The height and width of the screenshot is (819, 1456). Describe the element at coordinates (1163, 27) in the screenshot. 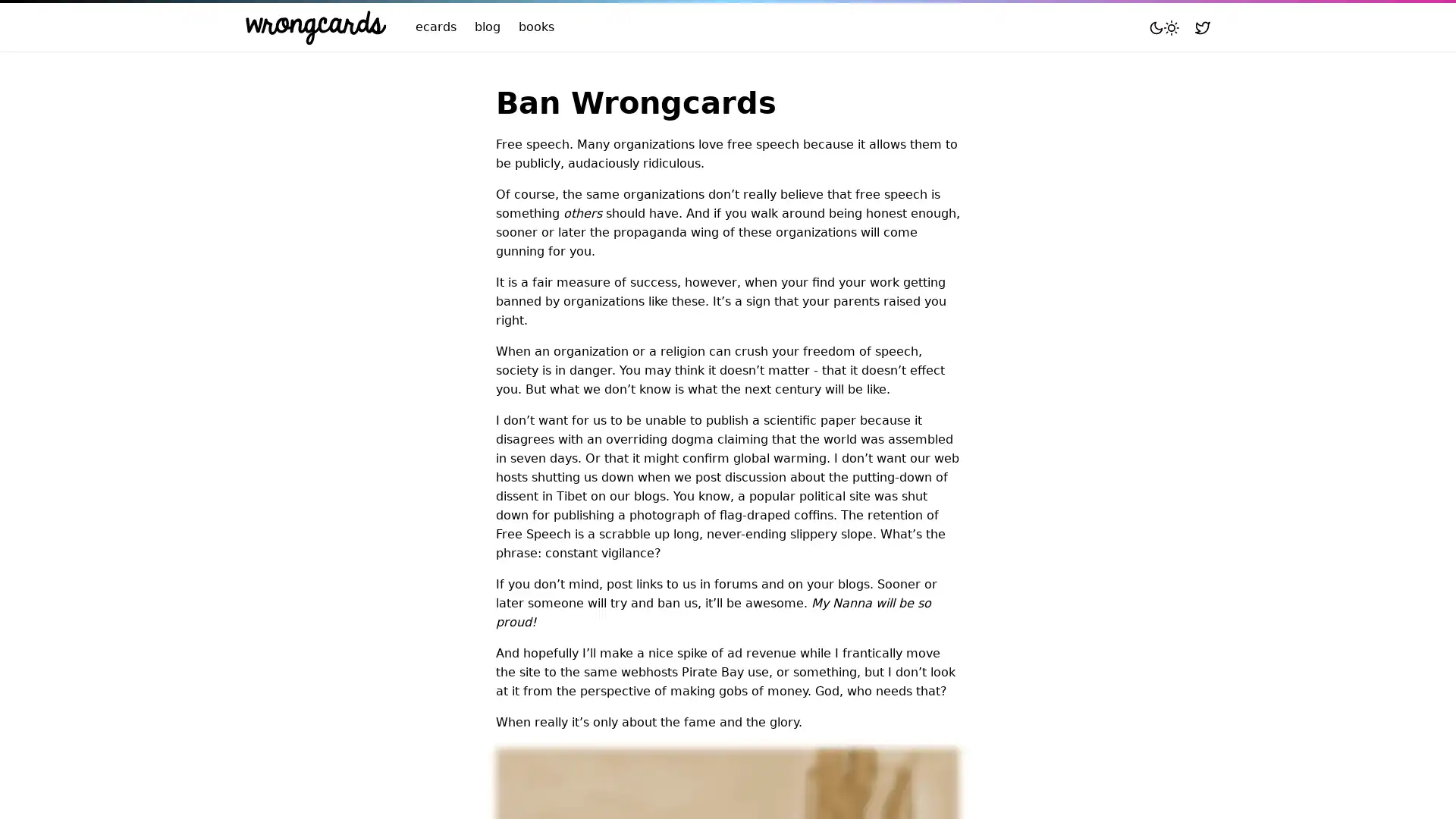

I see `Toggle mode` at that location.